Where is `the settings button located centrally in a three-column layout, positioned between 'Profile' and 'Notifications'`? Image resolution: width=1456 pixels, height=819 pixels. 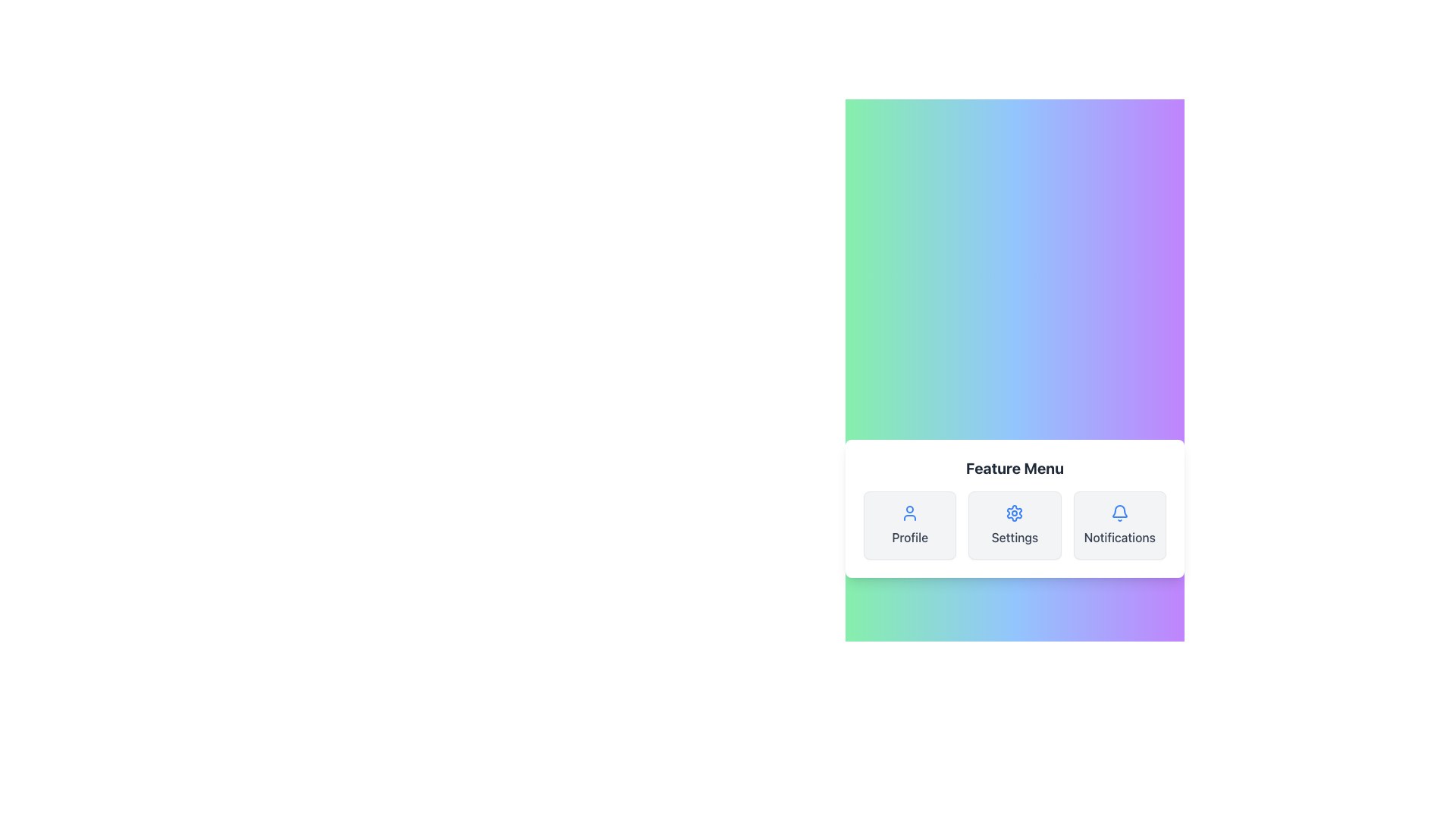 the settings button located centrally in a three-column layout, positioned between 'Profile' and 'Notifications' is located at coordinates (1015, 525).